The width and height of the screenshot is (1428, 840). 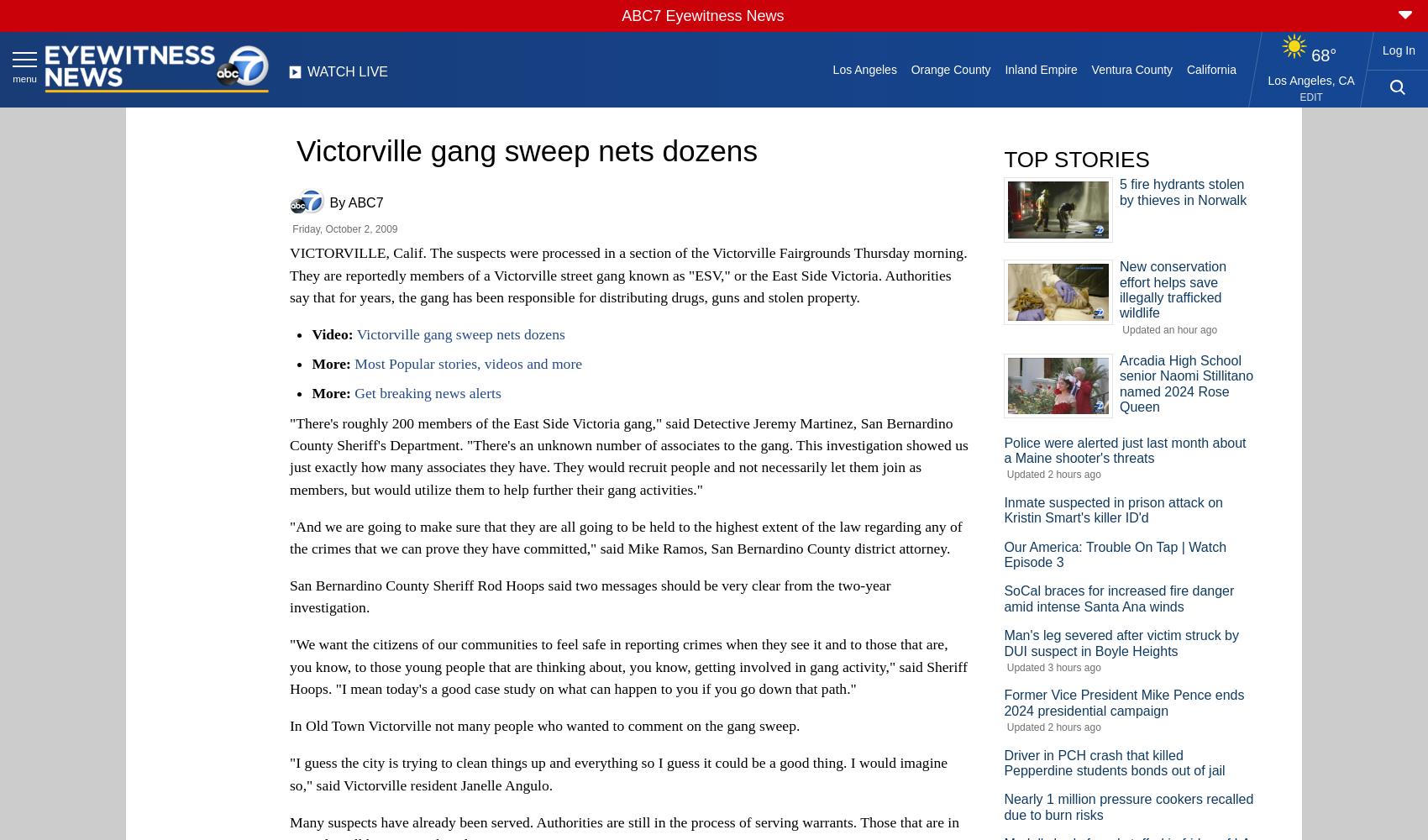 What do you see at coordinates (310, 333) in the screenshot?
I see `'Video:'` at bounding box center [310, 333].